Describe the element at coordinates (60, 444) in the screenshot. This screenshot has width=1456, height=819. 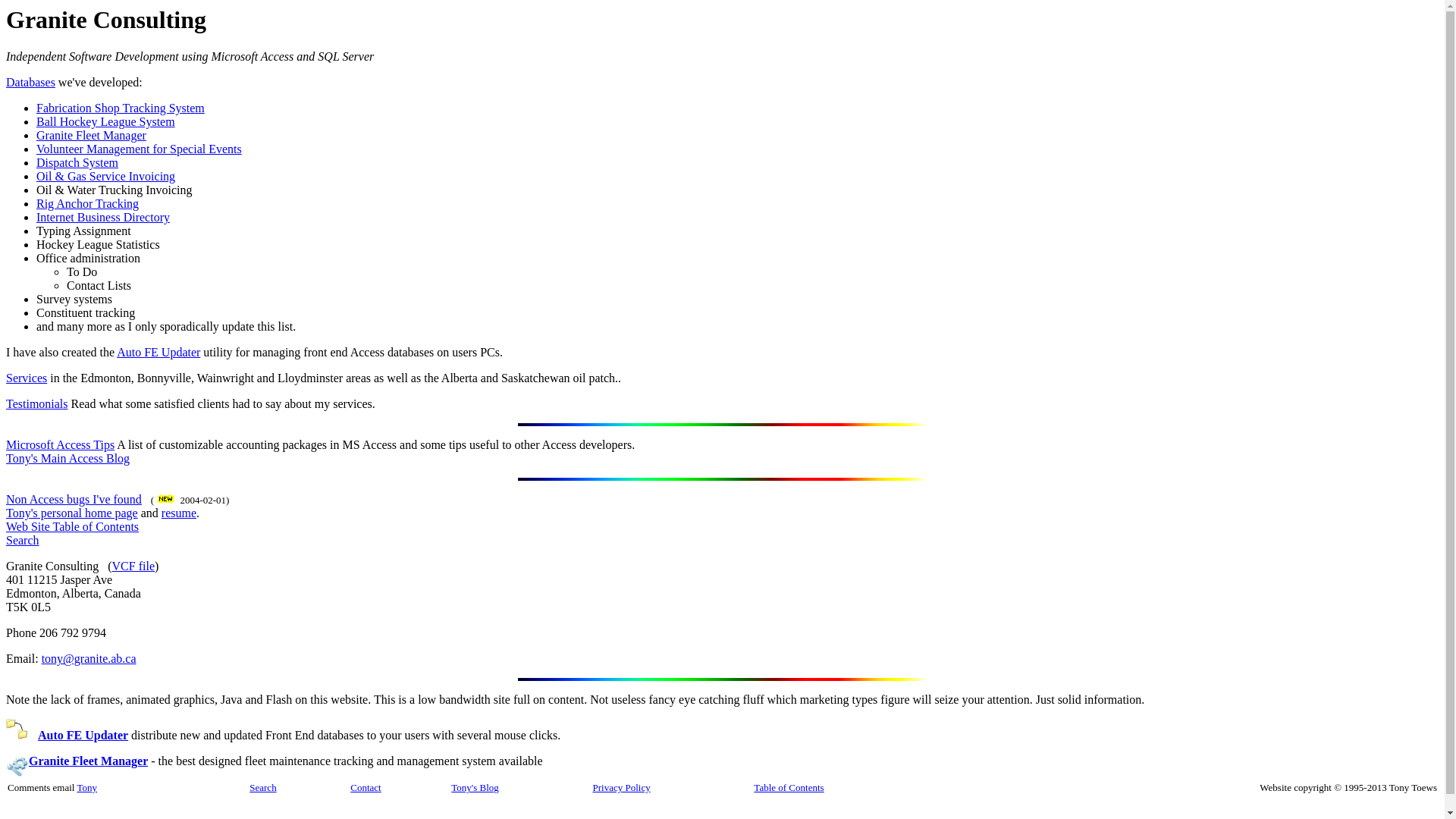
I see `'Microsoft Access Tips'` at that location.